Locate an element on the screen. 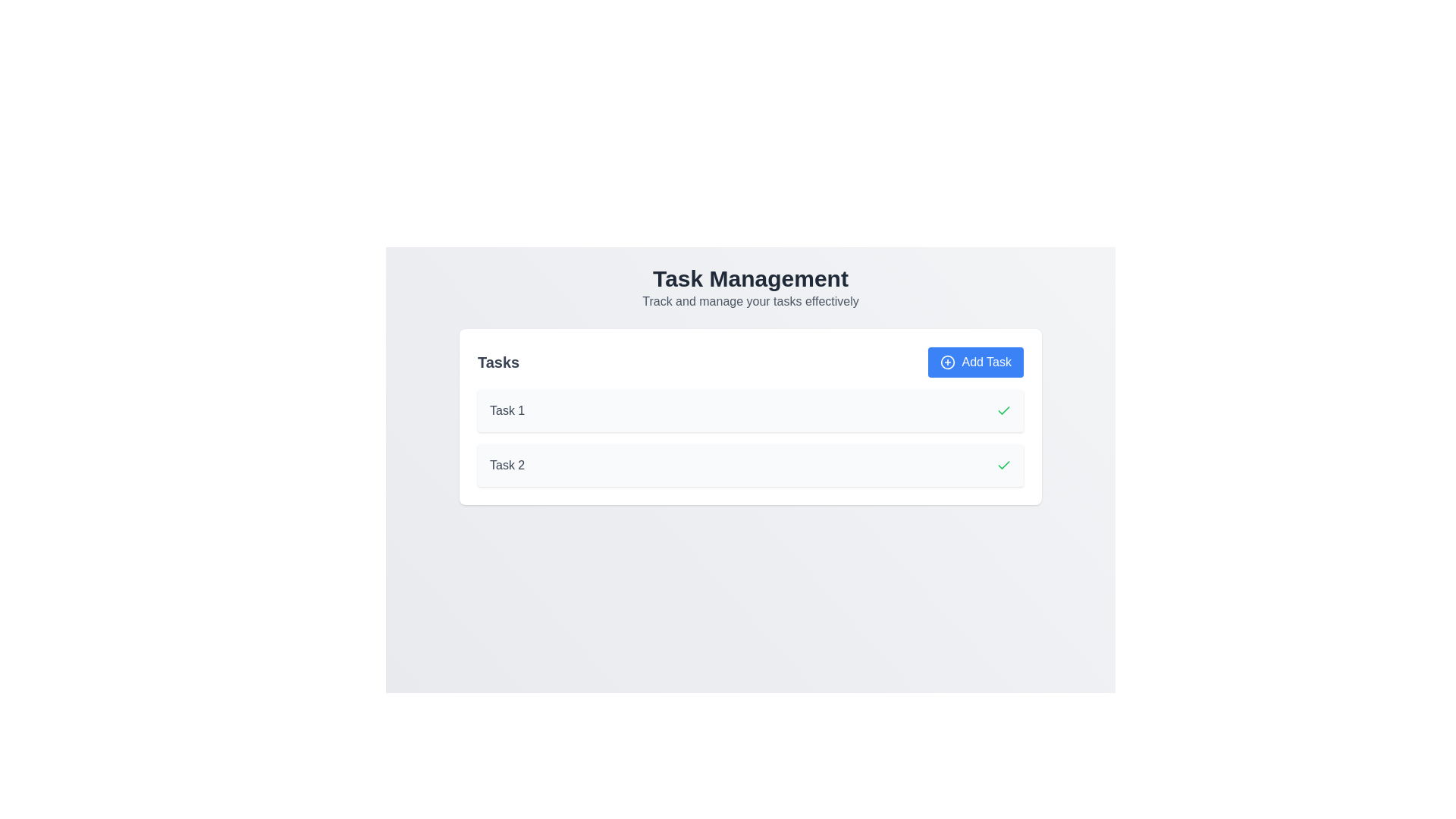 The image size is (1456, 819). the task entry labeled 'Task 2', which is the second item in a vertically stacked list of tasks is located at coordinates (750, 464).